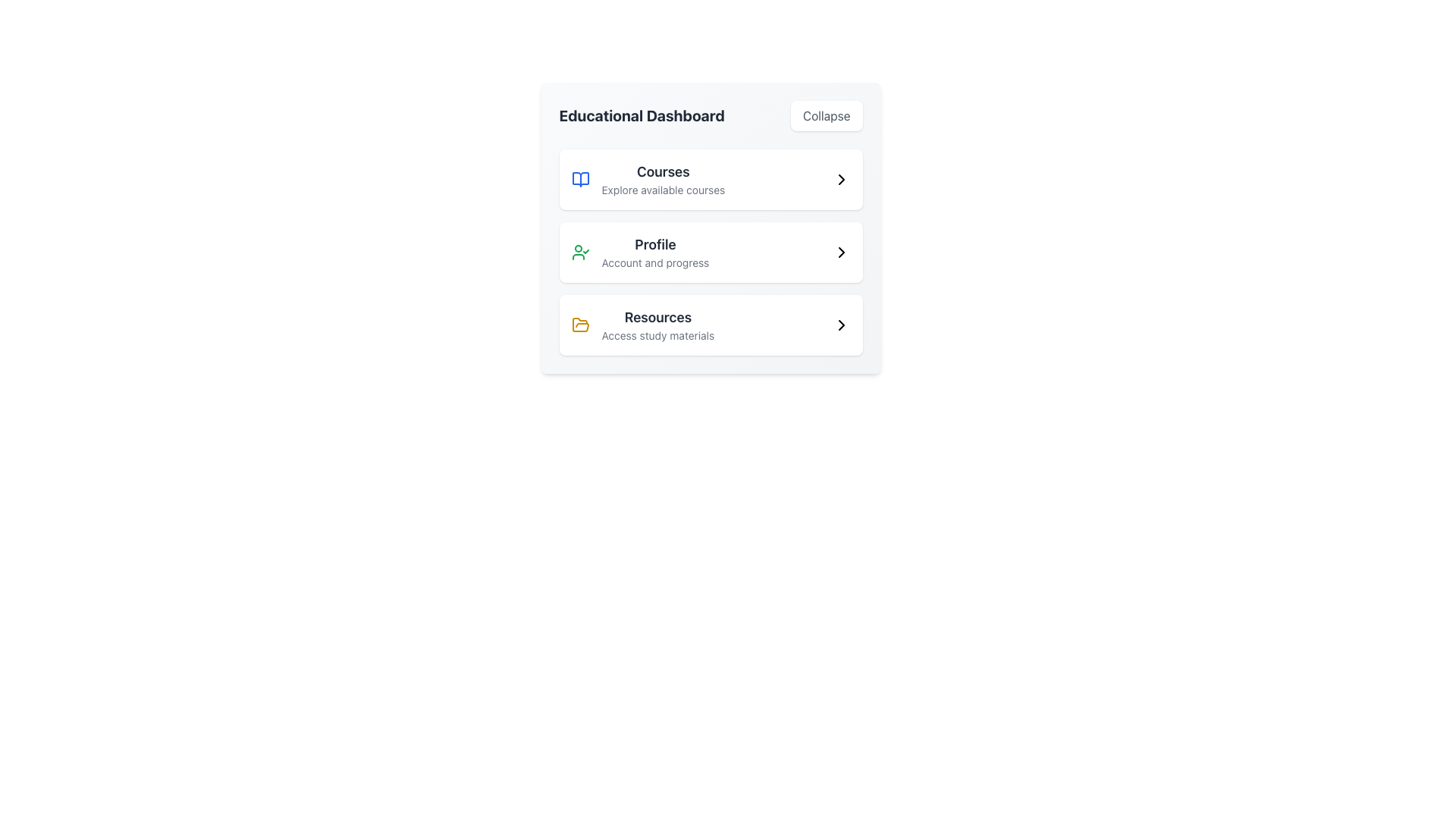 The height and width of the screenshot is (819, 1456). I want to click on the static text located below the 'Profile' heading in the Educational Dashboard section, which provides a description for the Profile area, so click(655, 262).